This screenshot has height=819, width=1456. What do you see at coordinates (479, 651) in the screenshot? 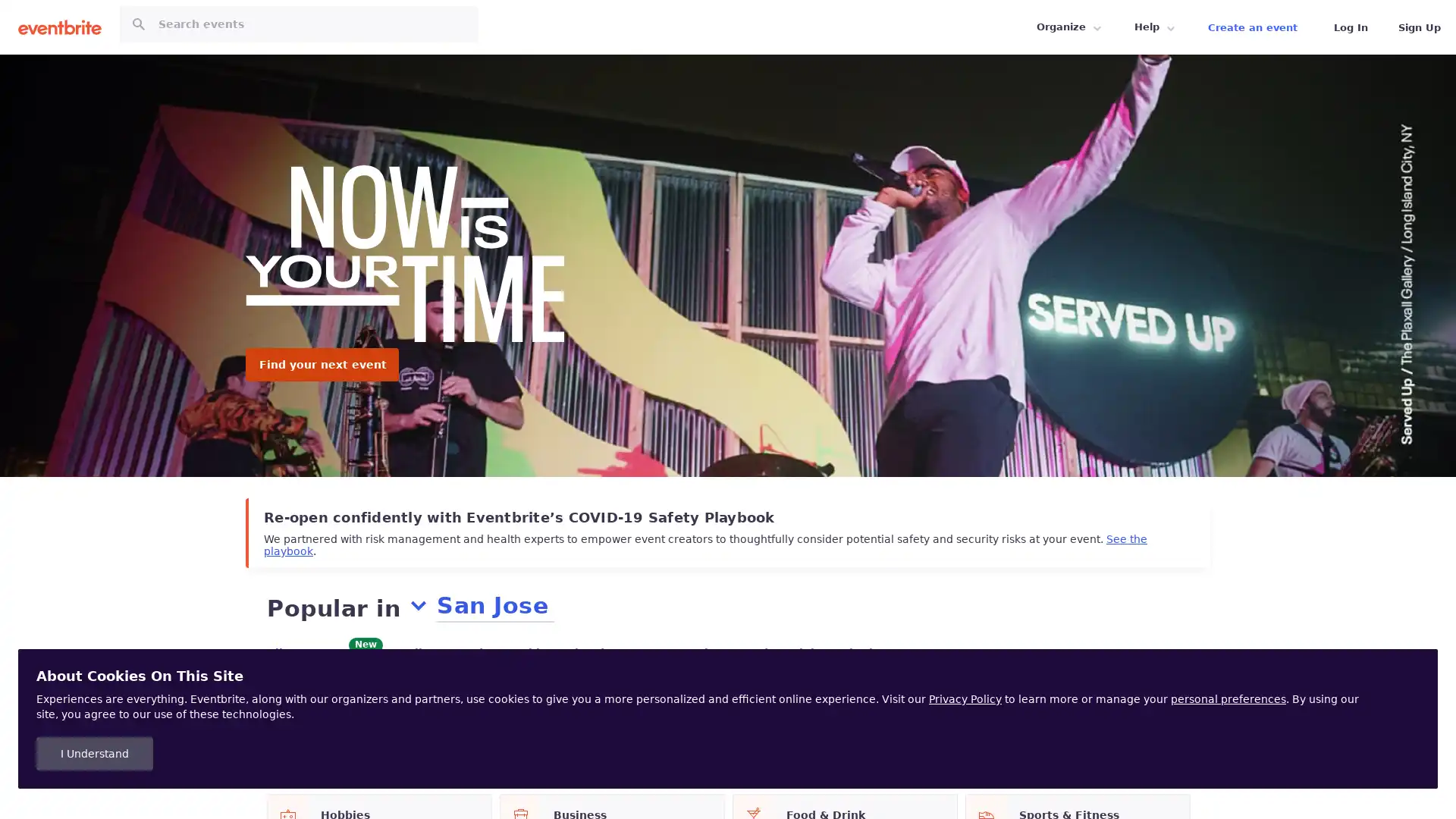
I see `Today` at bounding box center [479, 651].